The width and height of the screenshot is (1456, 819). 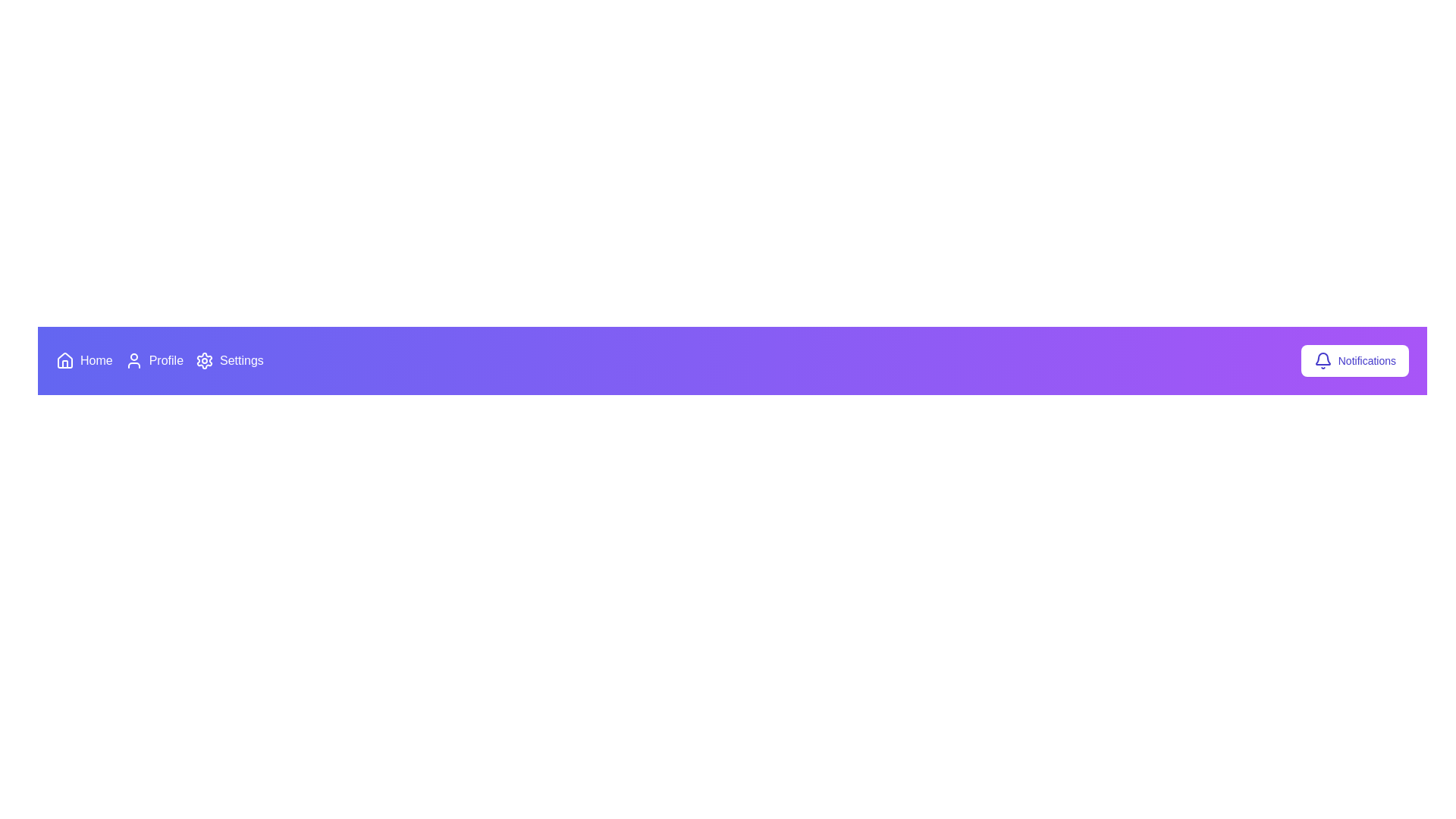 I want to click on the house icon located in the top navigation bar, which is the first element within the 'Home' group, so click(x=64, y=360).